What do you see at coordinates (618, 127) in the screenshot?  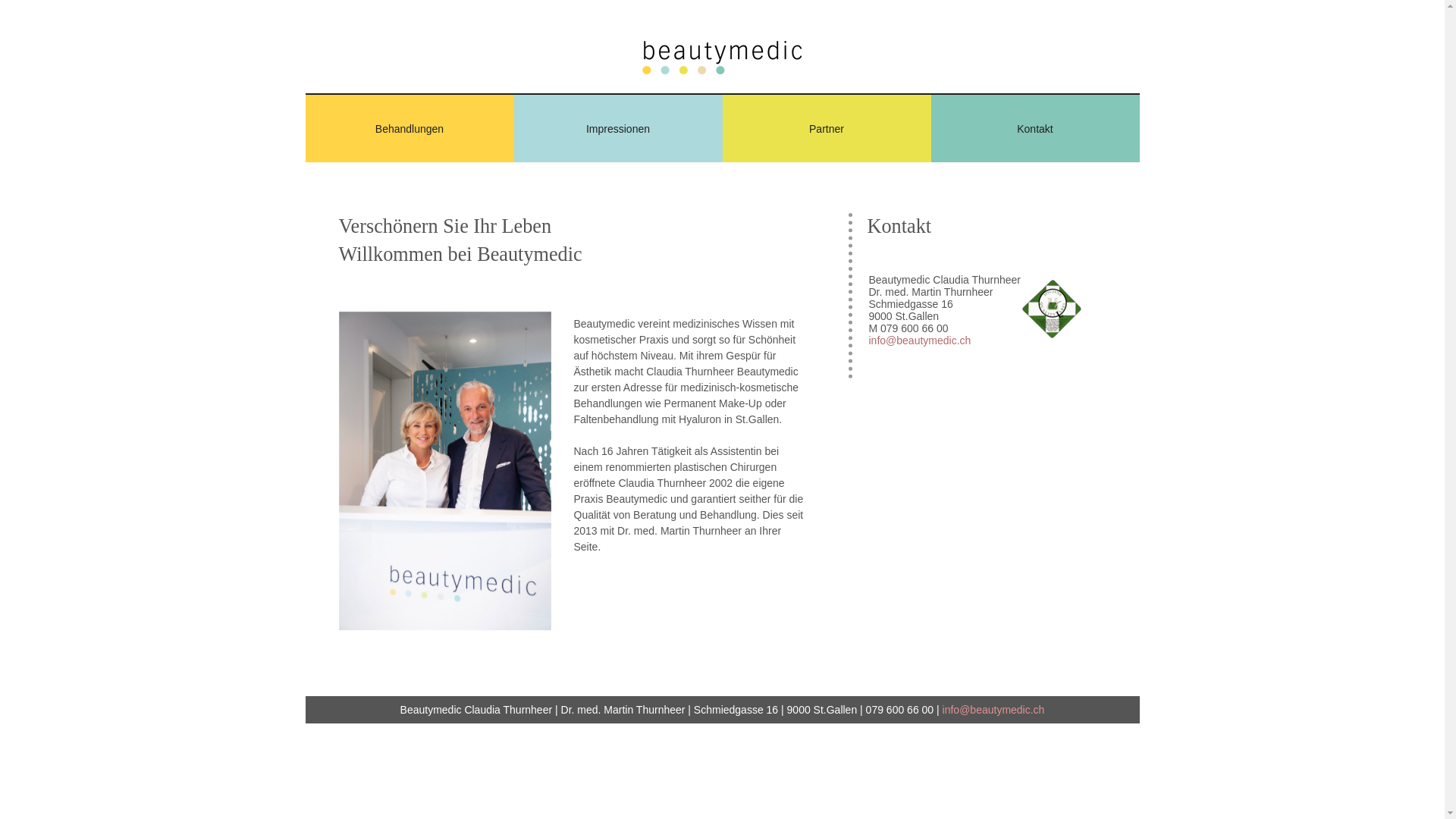 I see `'Impressionen'` at bounding box center [618, 127].